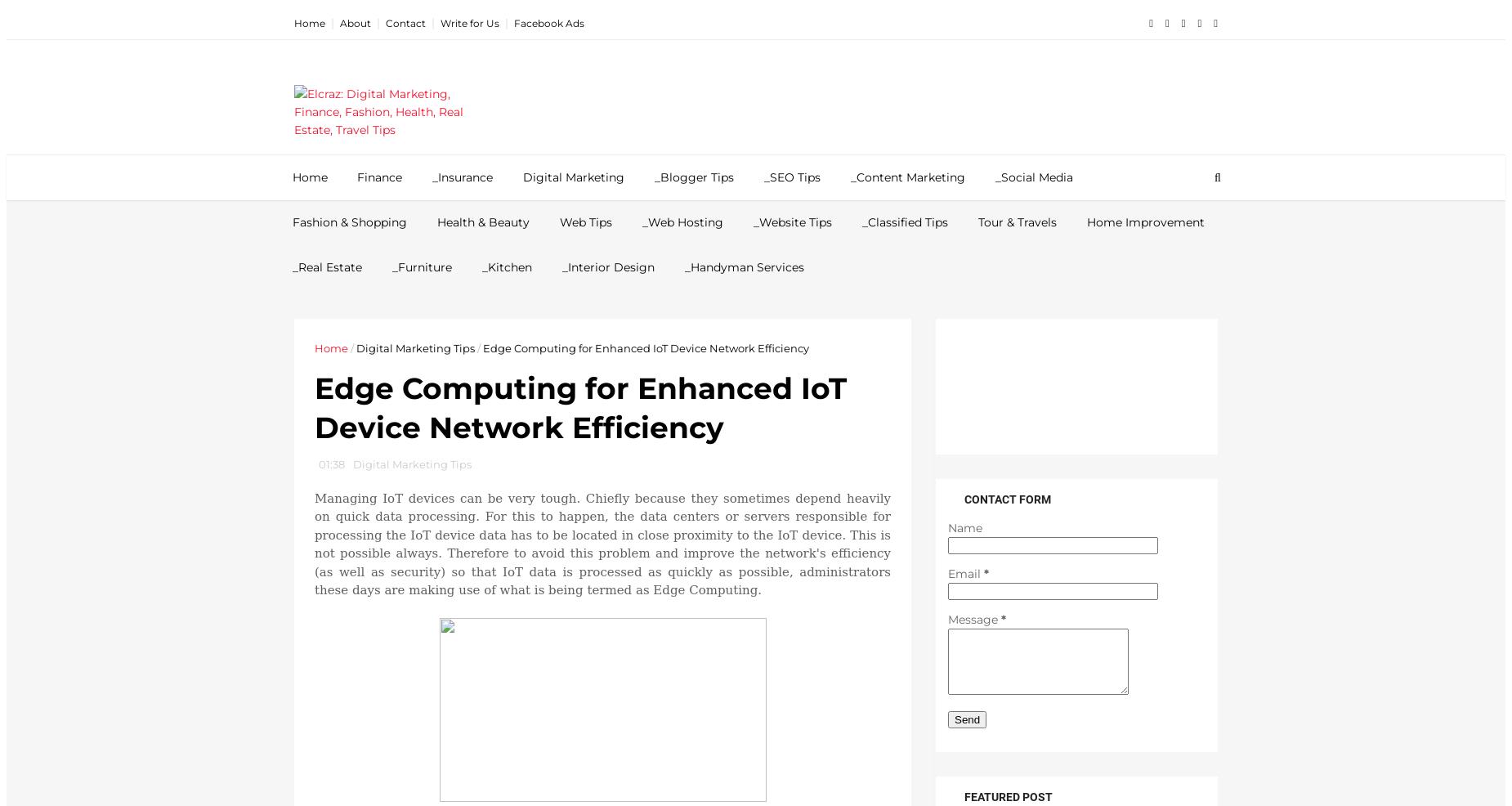 Image resolution: width=1512 pixels, height=806 pixels. Describe the element at coordinates (1007, 499) in the screenshot. I see `'Contact Form'` at that location.